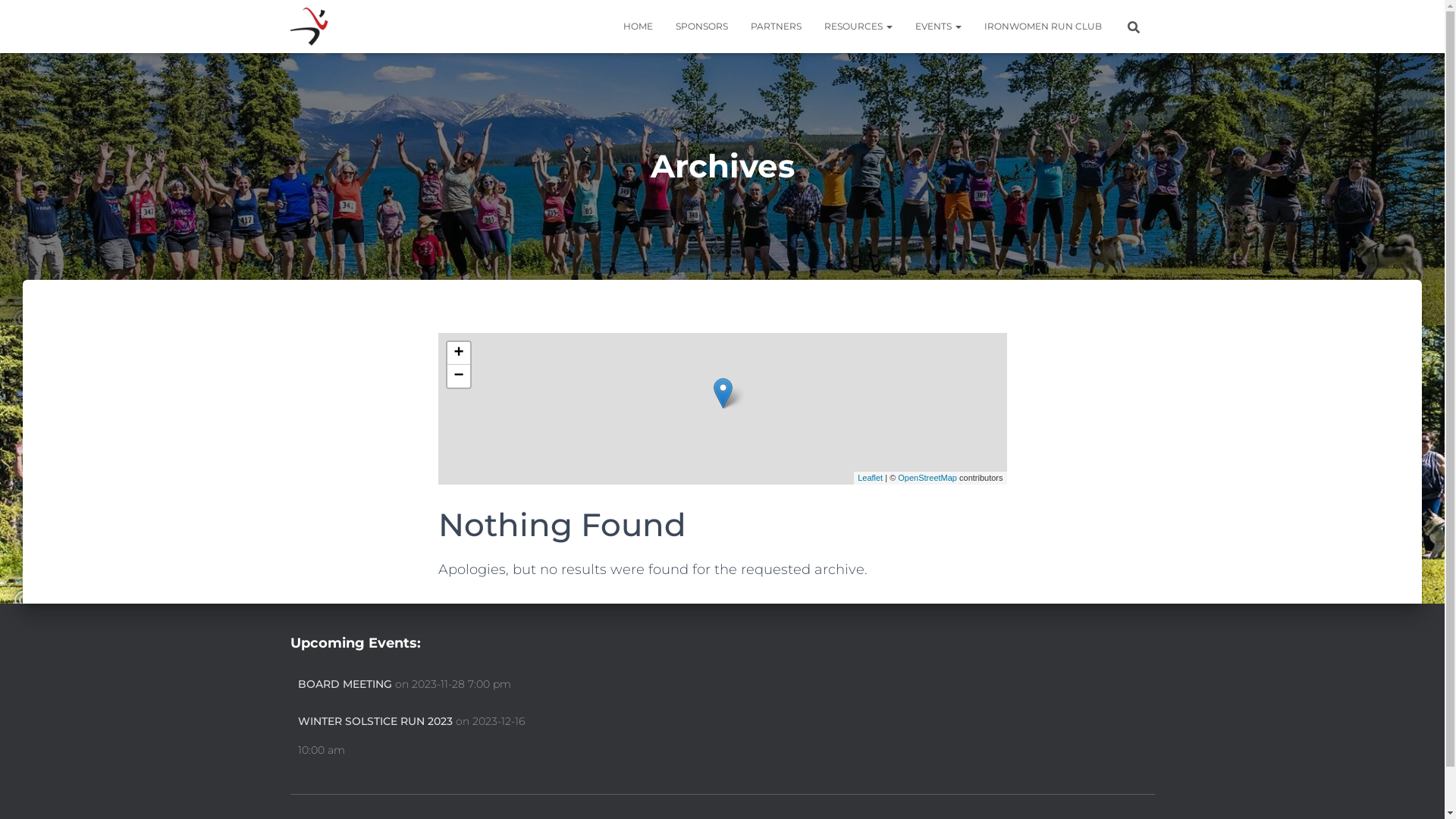  Describe the element at coordinates (309, 26) in the screenshot. I see `'Athletics Yukon'` at that location.